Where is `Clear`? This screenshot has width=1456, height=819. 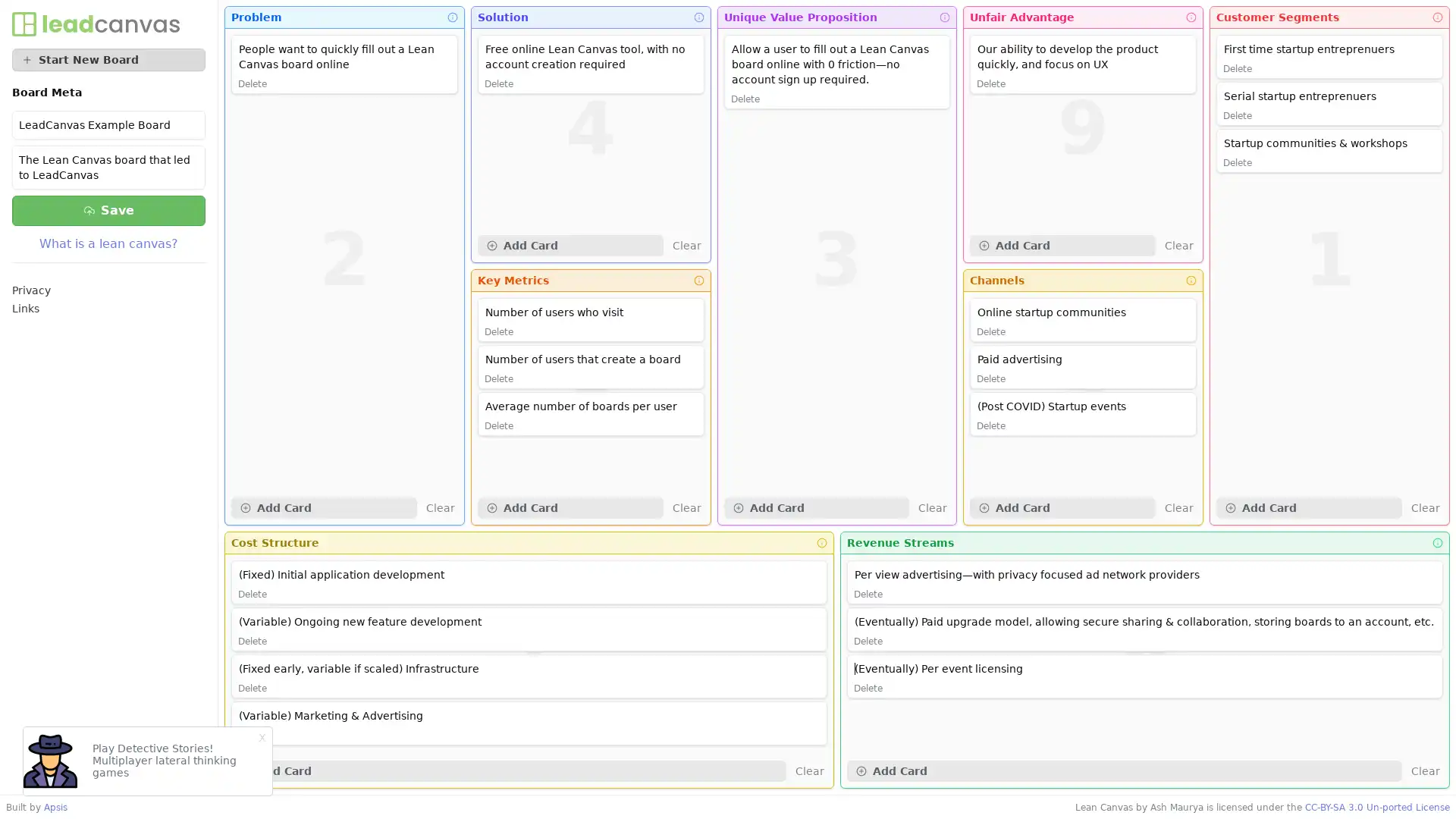
Clear is located at coordinates (1178, 508).